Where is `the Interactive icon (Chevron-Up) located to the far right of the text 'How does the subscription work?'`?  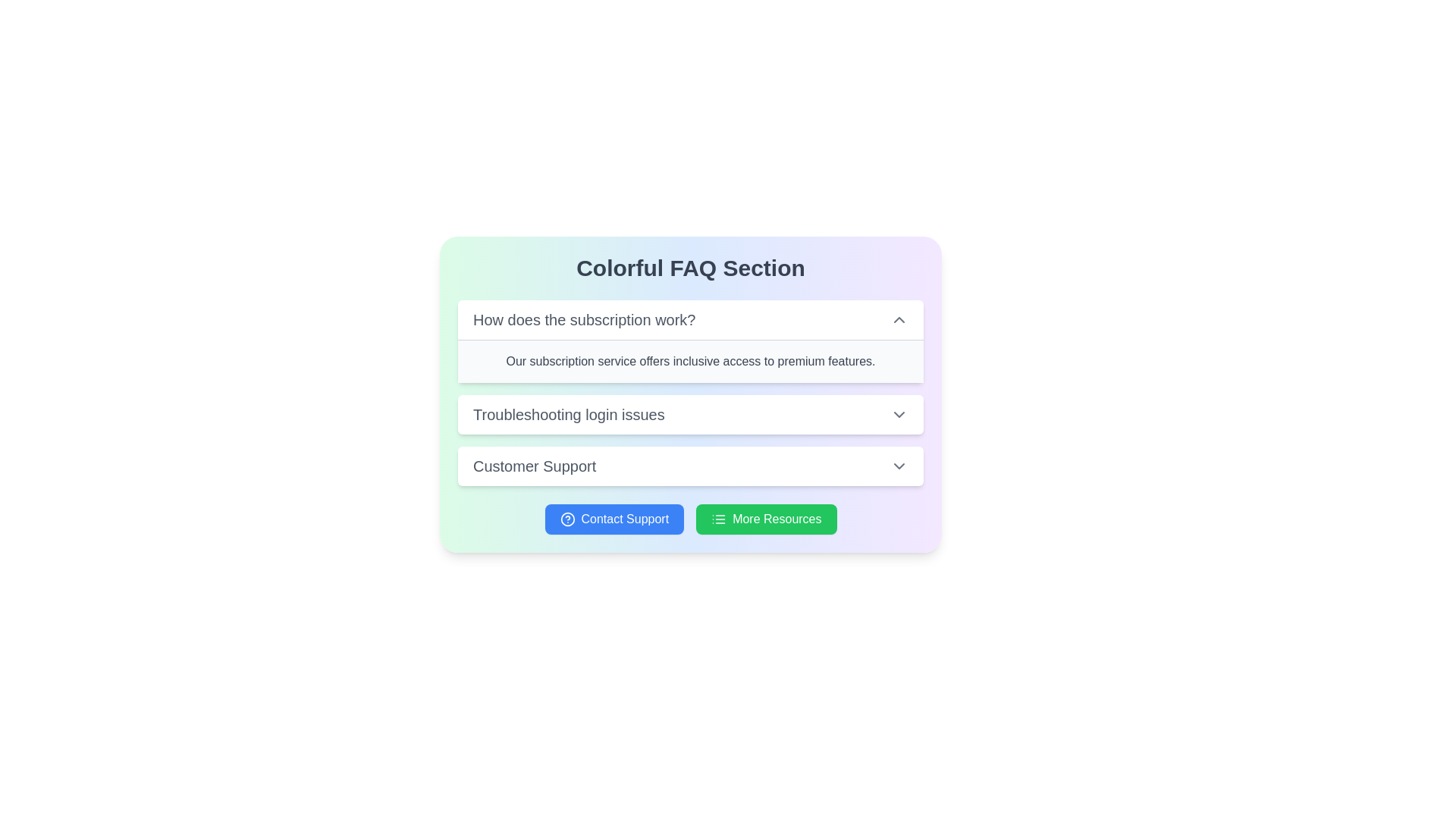
the Interactive icon (Chevron-Up) located to the far right of the text 'How does the subscription work?' is located at coordinates (899, 318).